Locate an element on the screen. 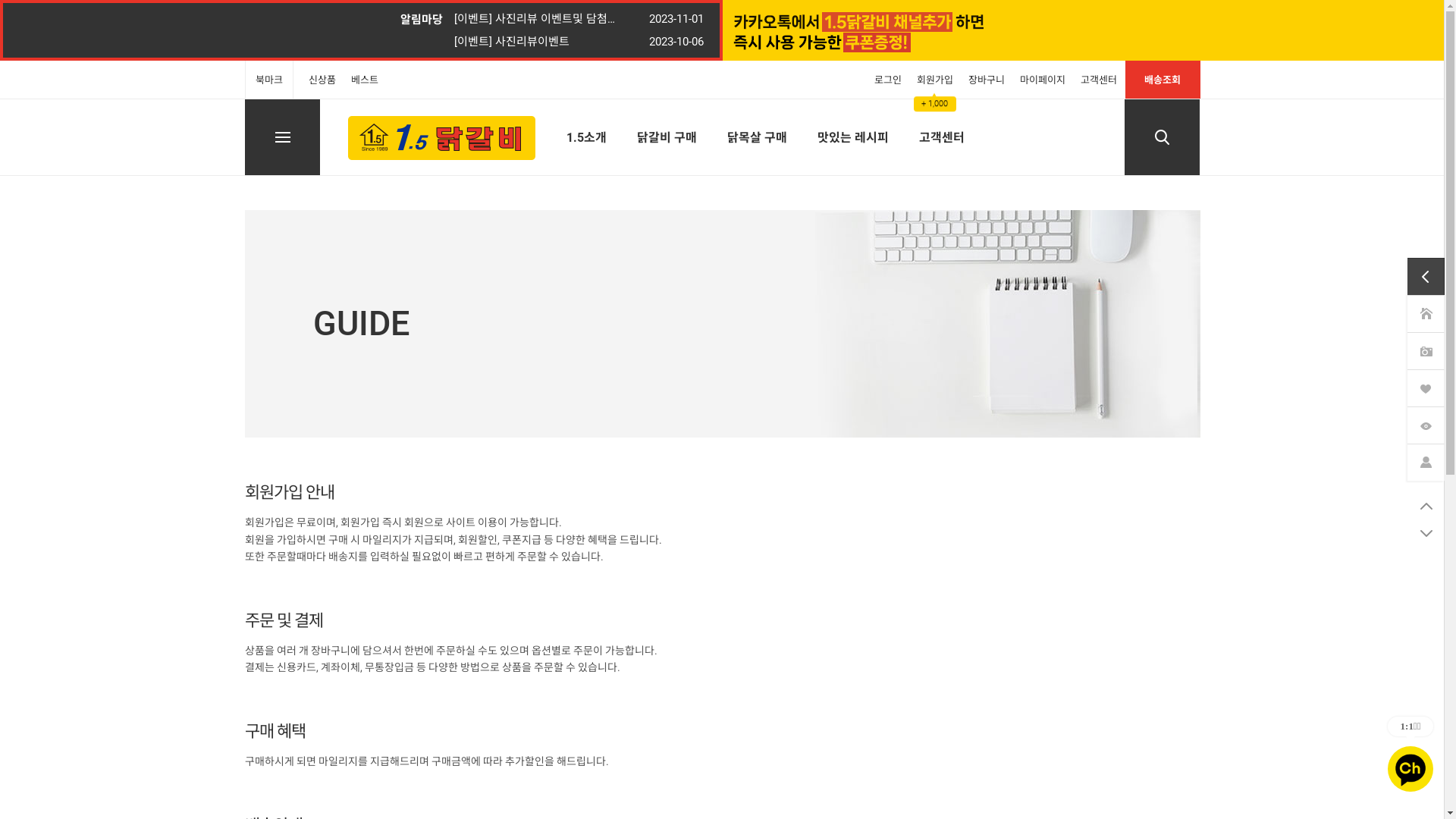 This screenshot has height=819, width=1456. 'to Top' is located at coordinates (1425, 506).